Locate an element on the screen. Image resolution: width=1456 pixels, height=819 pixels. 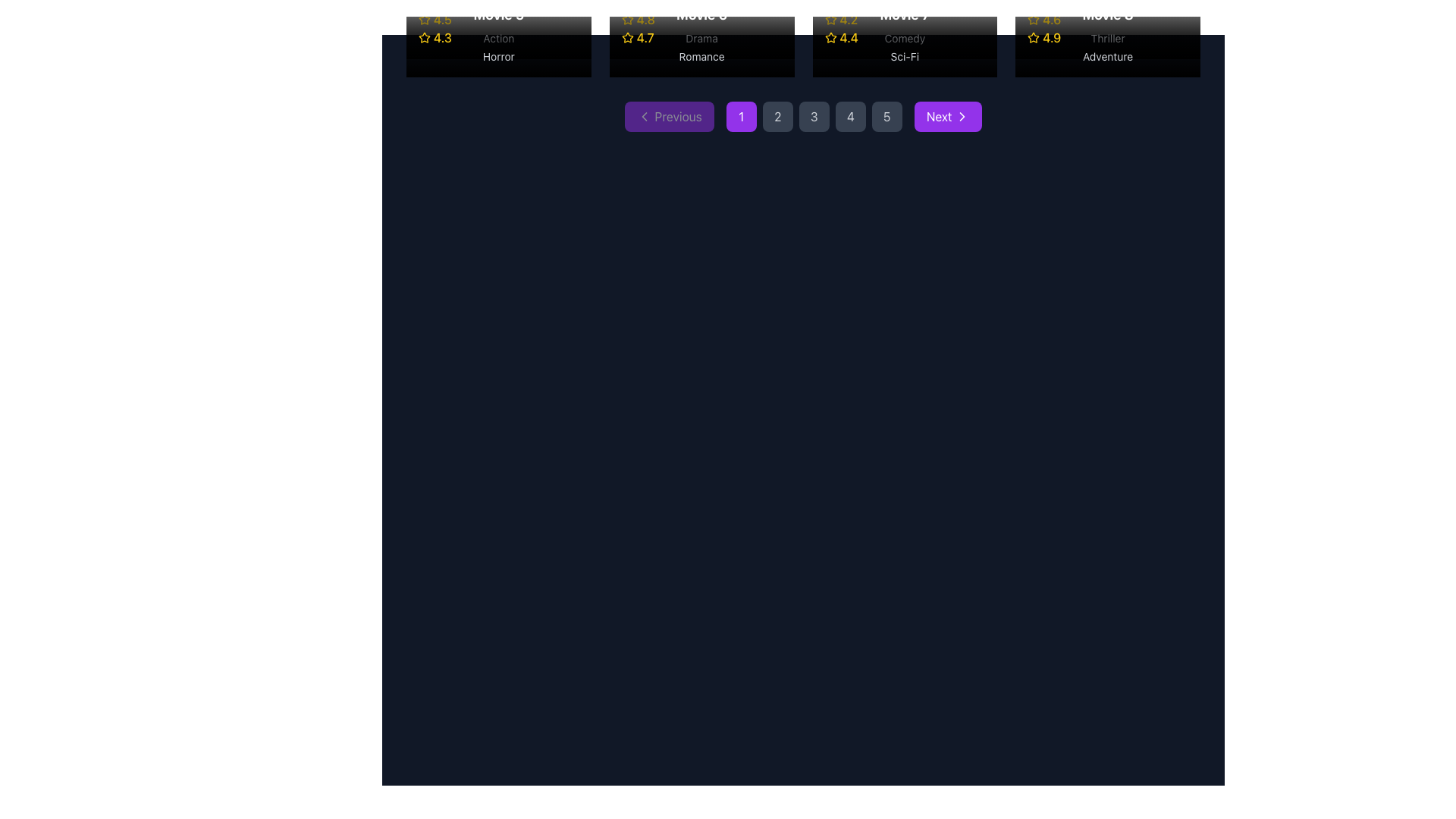
the movie rating indicator located beneath the title 'Movie 4' and above the genre label 'Thriller' is located at coordinates (1108, 20).